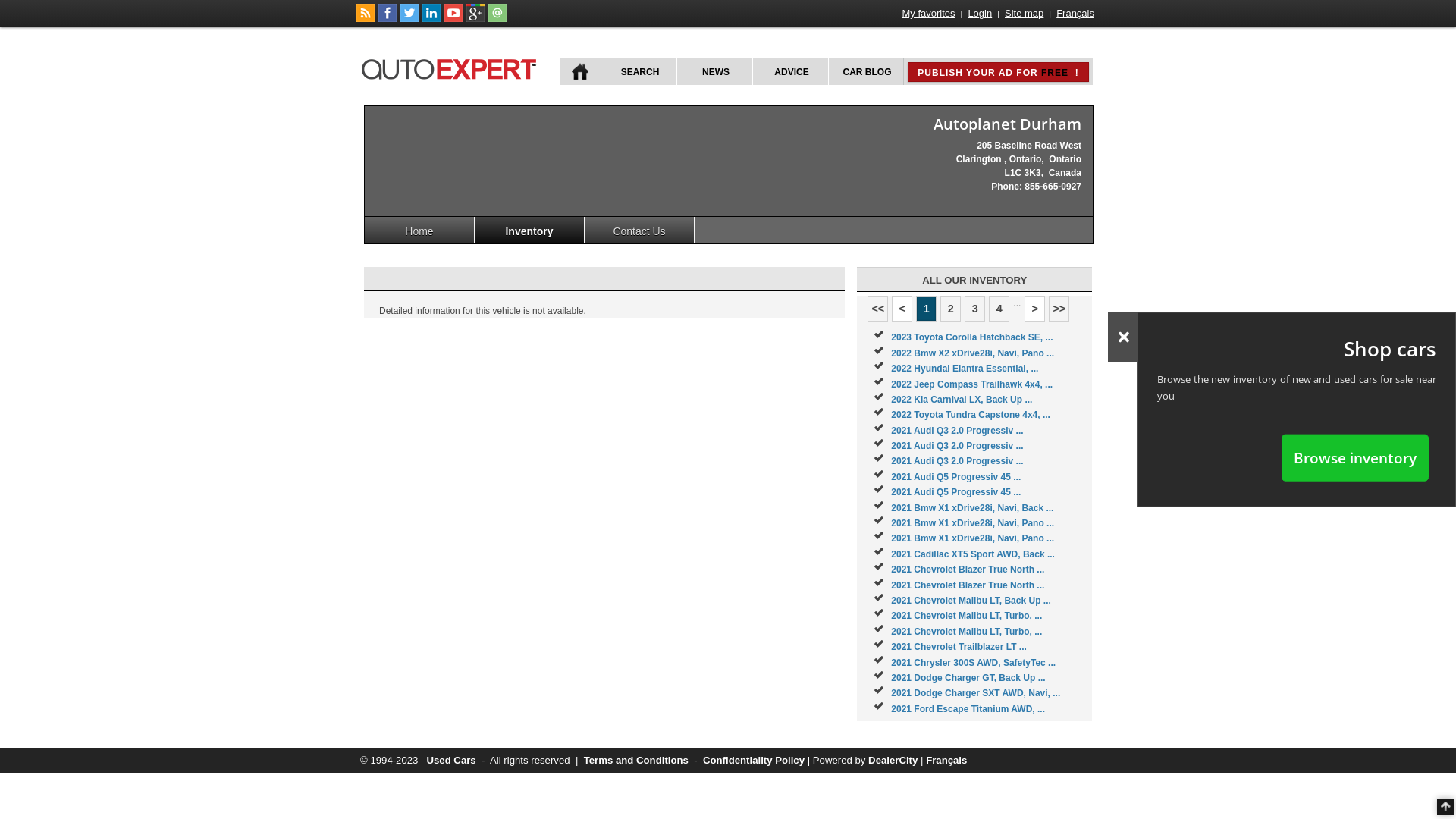 The image size is (1456, 819). I want to click on 'Contact Us', so click(639, 230).